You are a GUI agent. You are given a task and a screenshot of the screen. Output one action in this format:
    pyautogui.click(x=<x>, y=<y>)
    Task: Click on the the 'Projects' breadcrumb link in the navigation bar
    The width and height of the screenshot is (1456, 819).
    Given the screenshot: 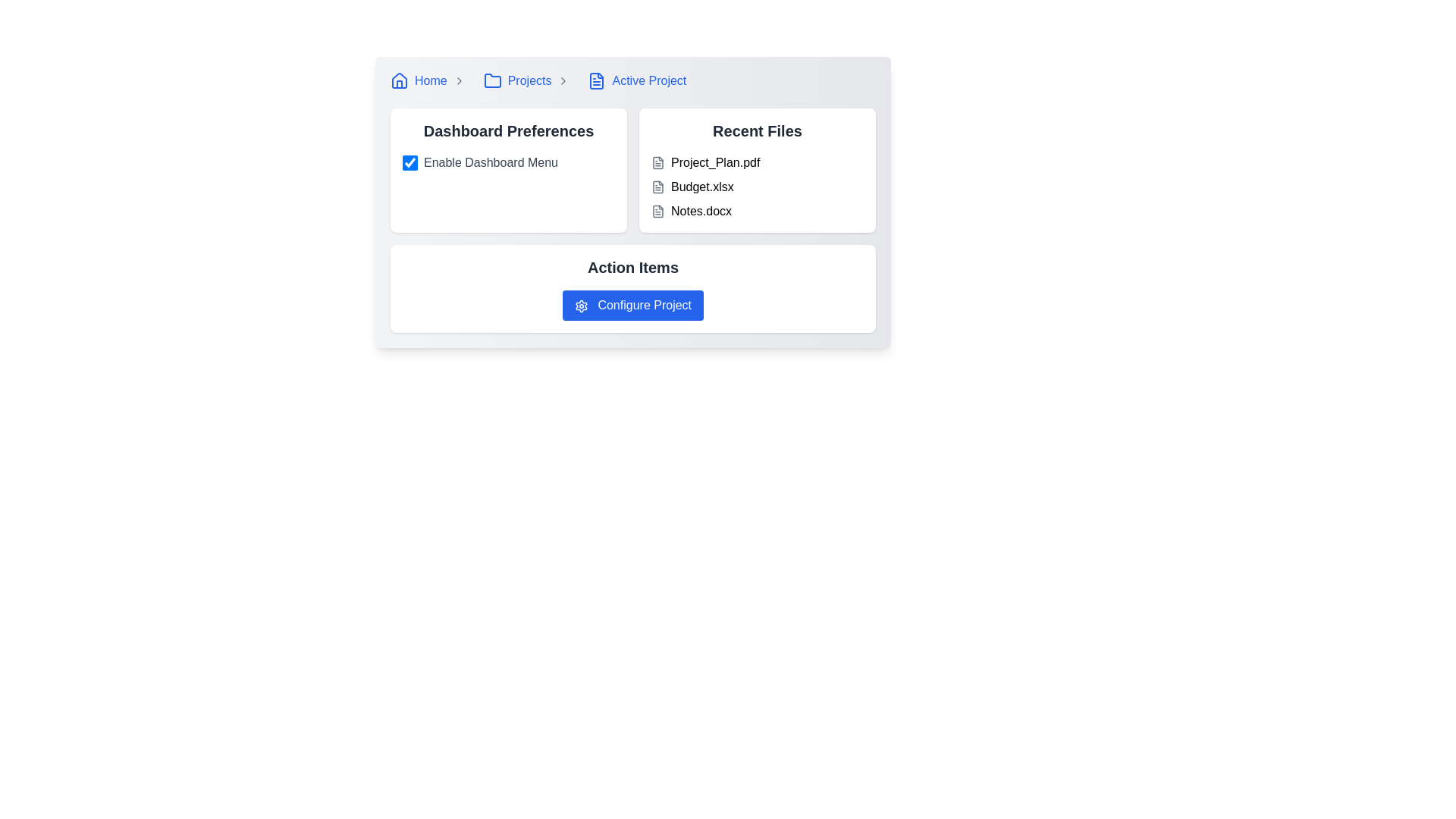 What is the action you would take?
    pyautogui.click(x=529, y=81)
    